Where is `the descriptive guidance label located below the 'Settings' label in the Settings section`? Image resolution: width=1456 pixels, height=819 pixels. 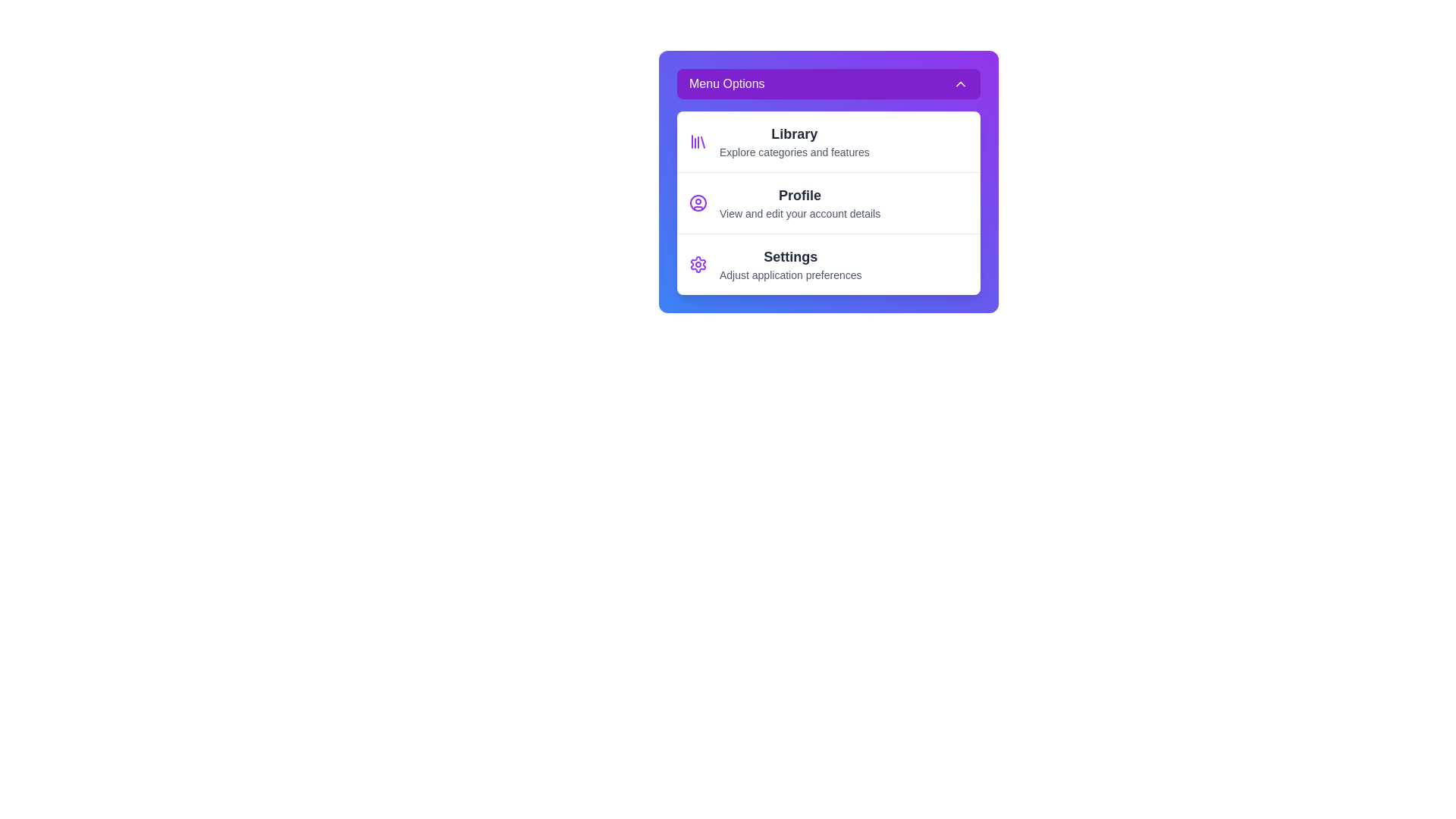
the descriptive guidance label located below the 'Settings' label in the Settings section is located at coordinates (789, 275).